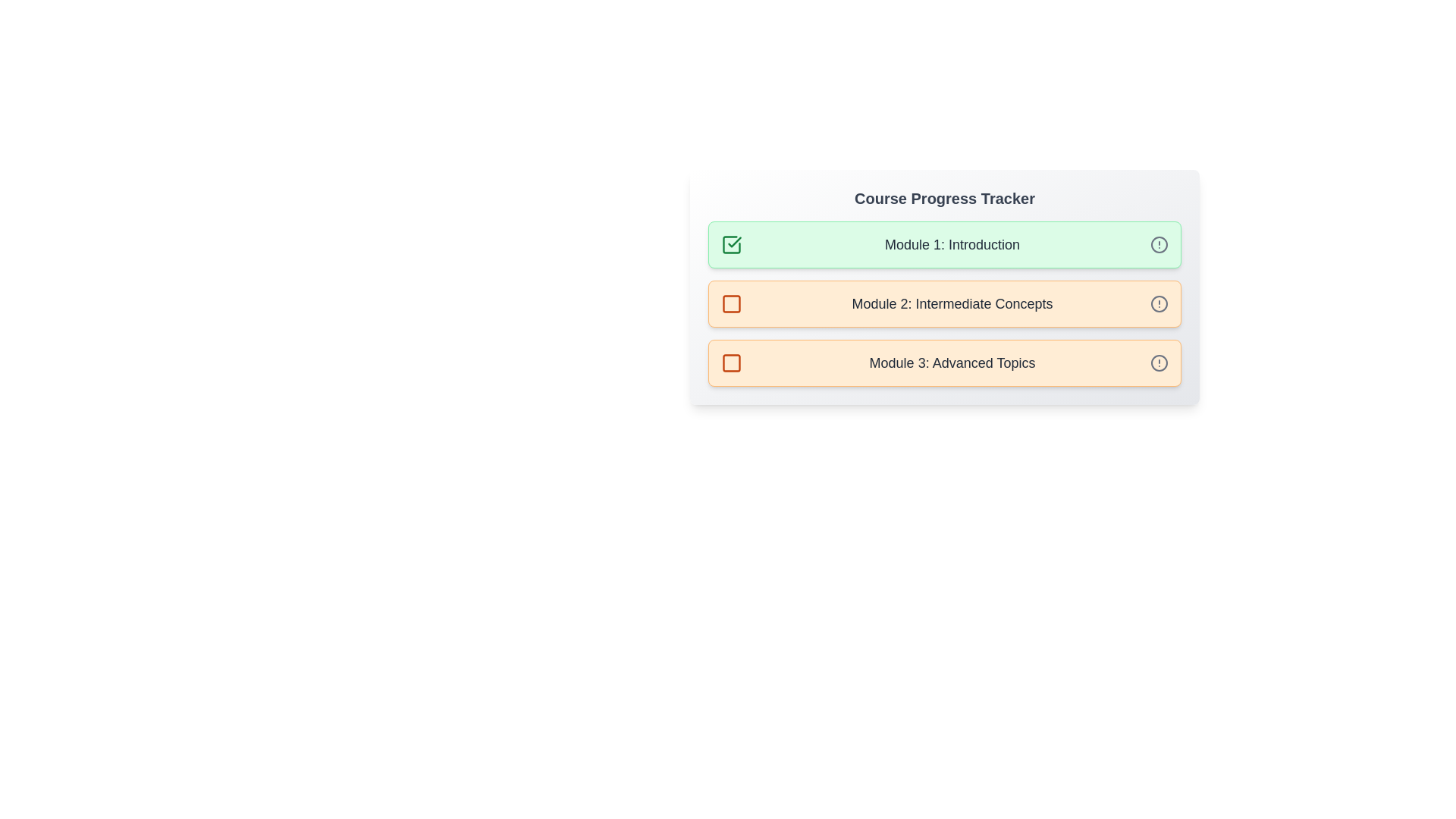 Image resolution: width=1456 pixels, height=819 pixels. I want to click on the informational icon for module 2, so click(1159, 304).